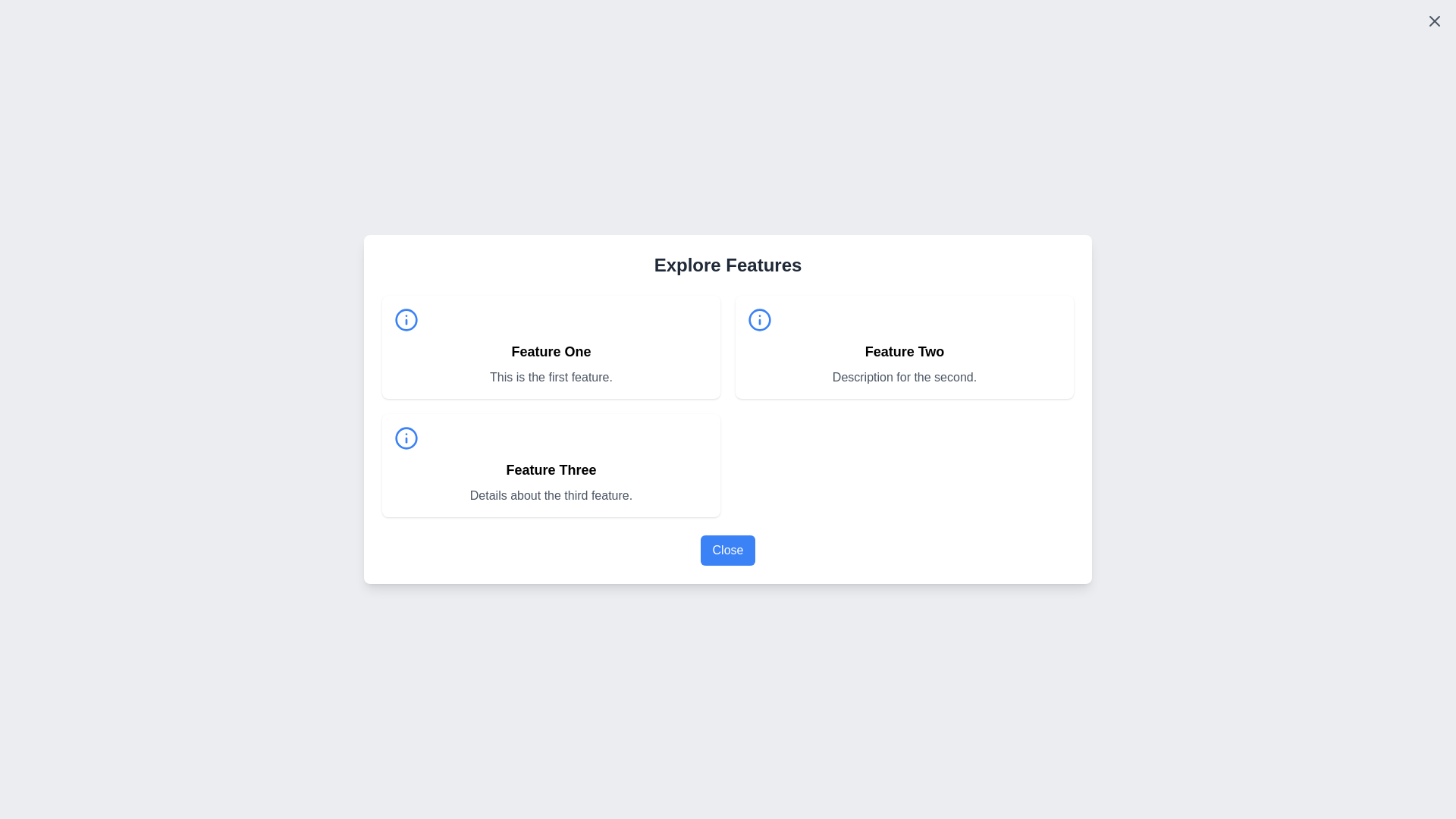  Describe the element at coordinates (1433, 20) in the screenshot. I see `the cross icon located in the top-right corner of the modal` at that location.